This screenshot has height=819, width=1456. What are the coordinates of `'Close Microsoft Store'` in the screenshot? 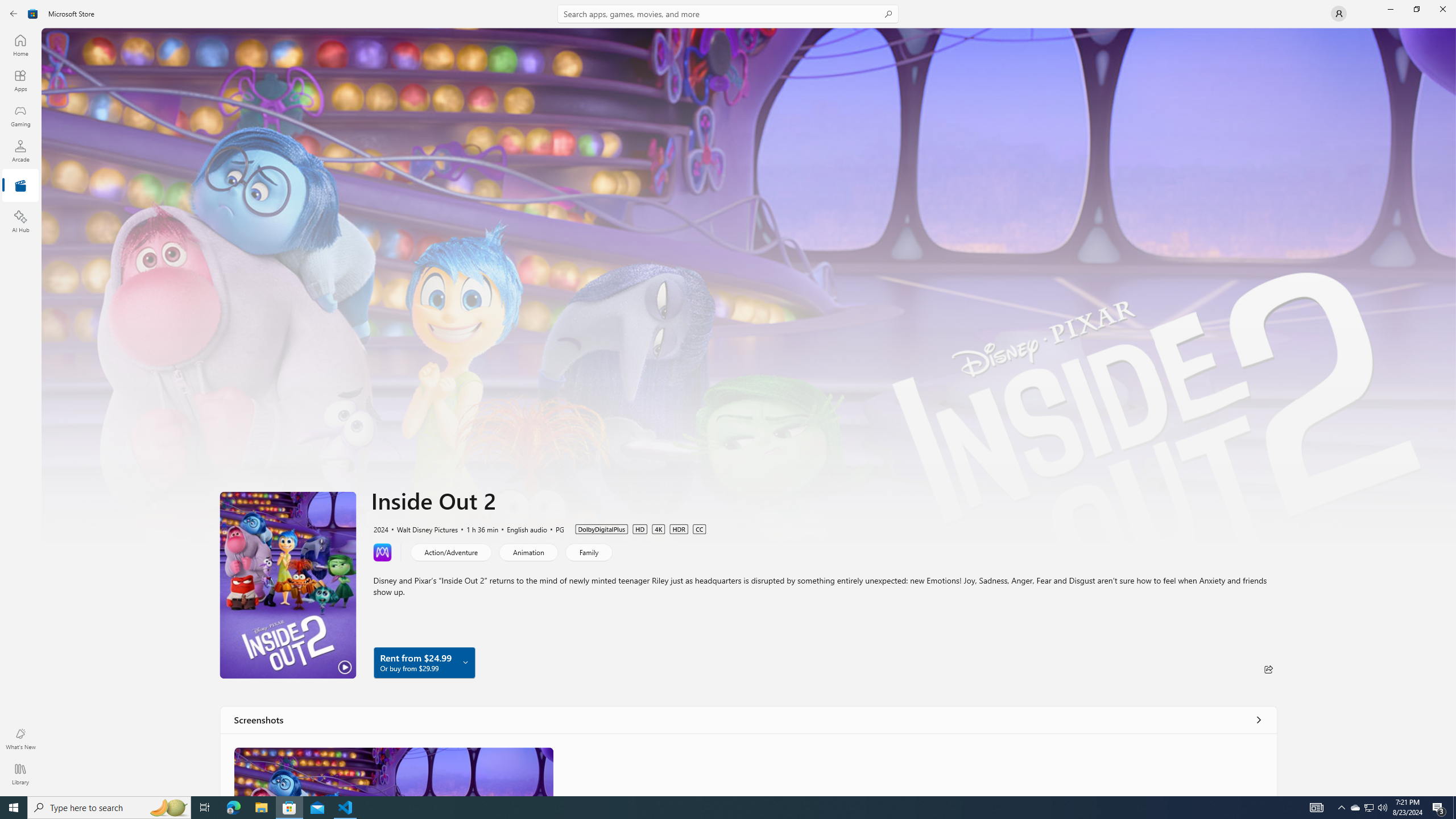 It's located at (1442, 9).